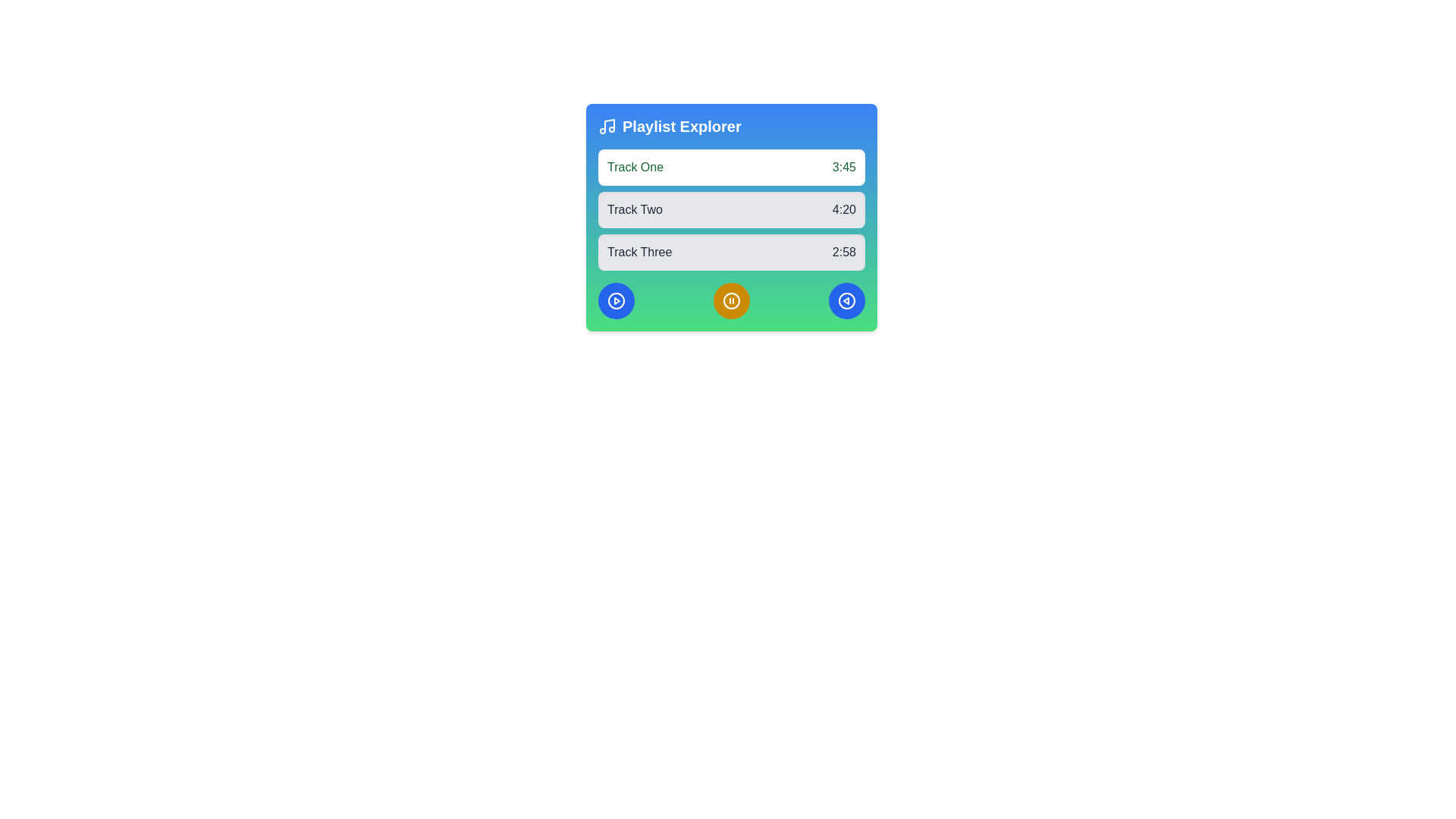 Image resolution: width=1456 pixels, height=819 pixels. I want to click on the musical note icon located in the header of the 'Playlist Explorer' card, which is positioned at the top-left corner of the card, preceding the title text, so click(607, 125).